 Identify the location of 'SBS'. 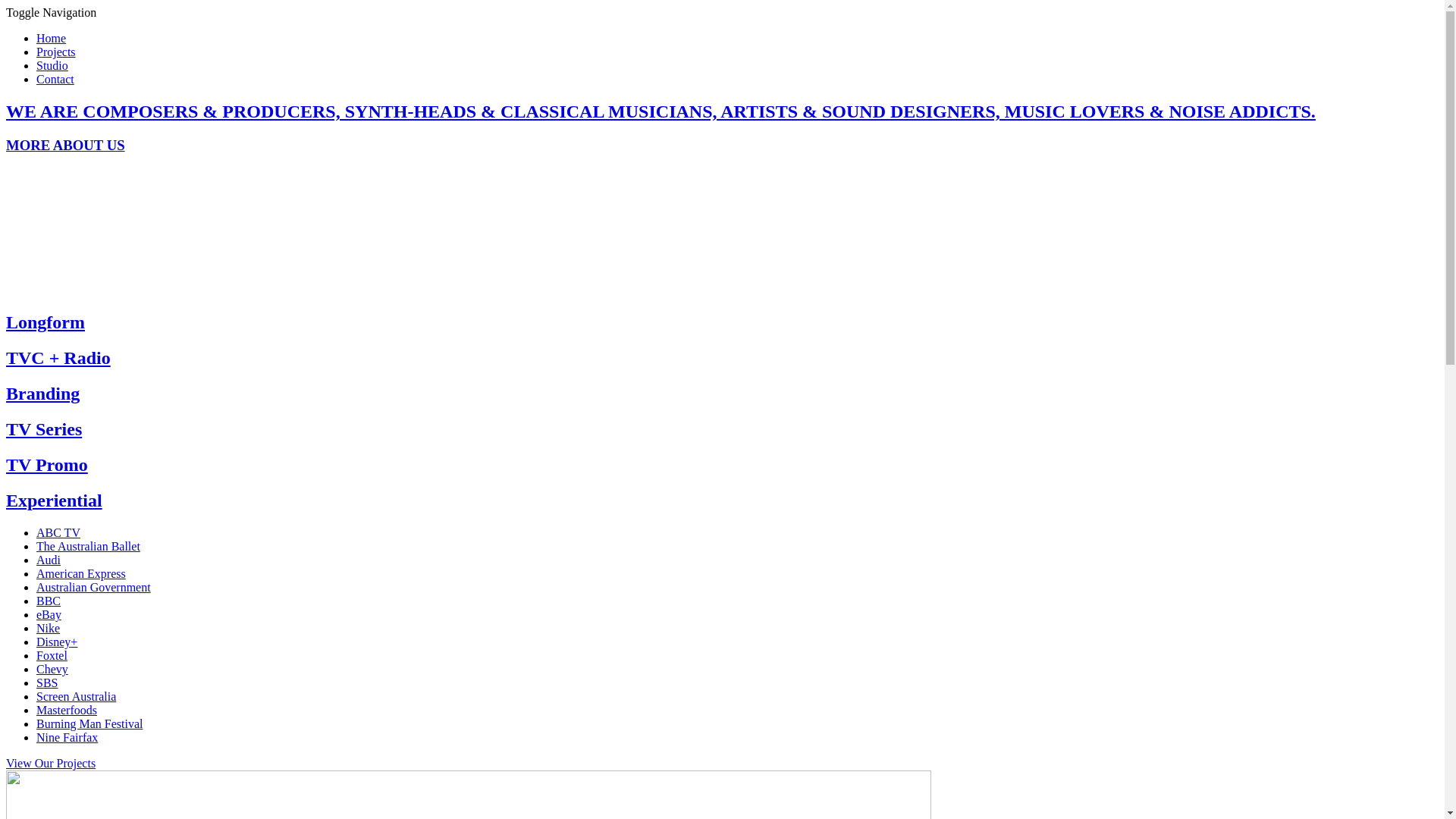
(47, 682).